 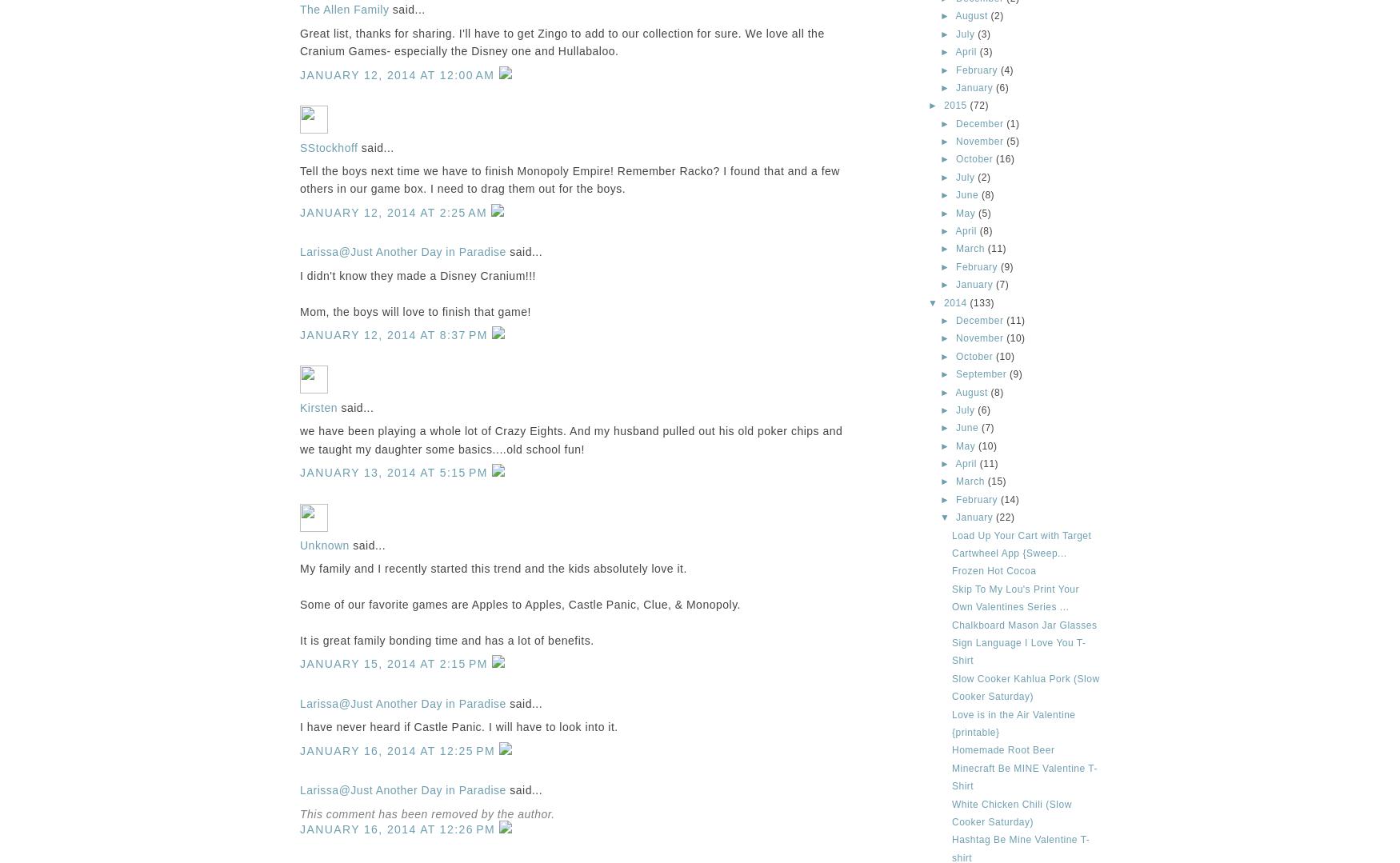 I want to click on '(133)', so click(x=982, y=301).